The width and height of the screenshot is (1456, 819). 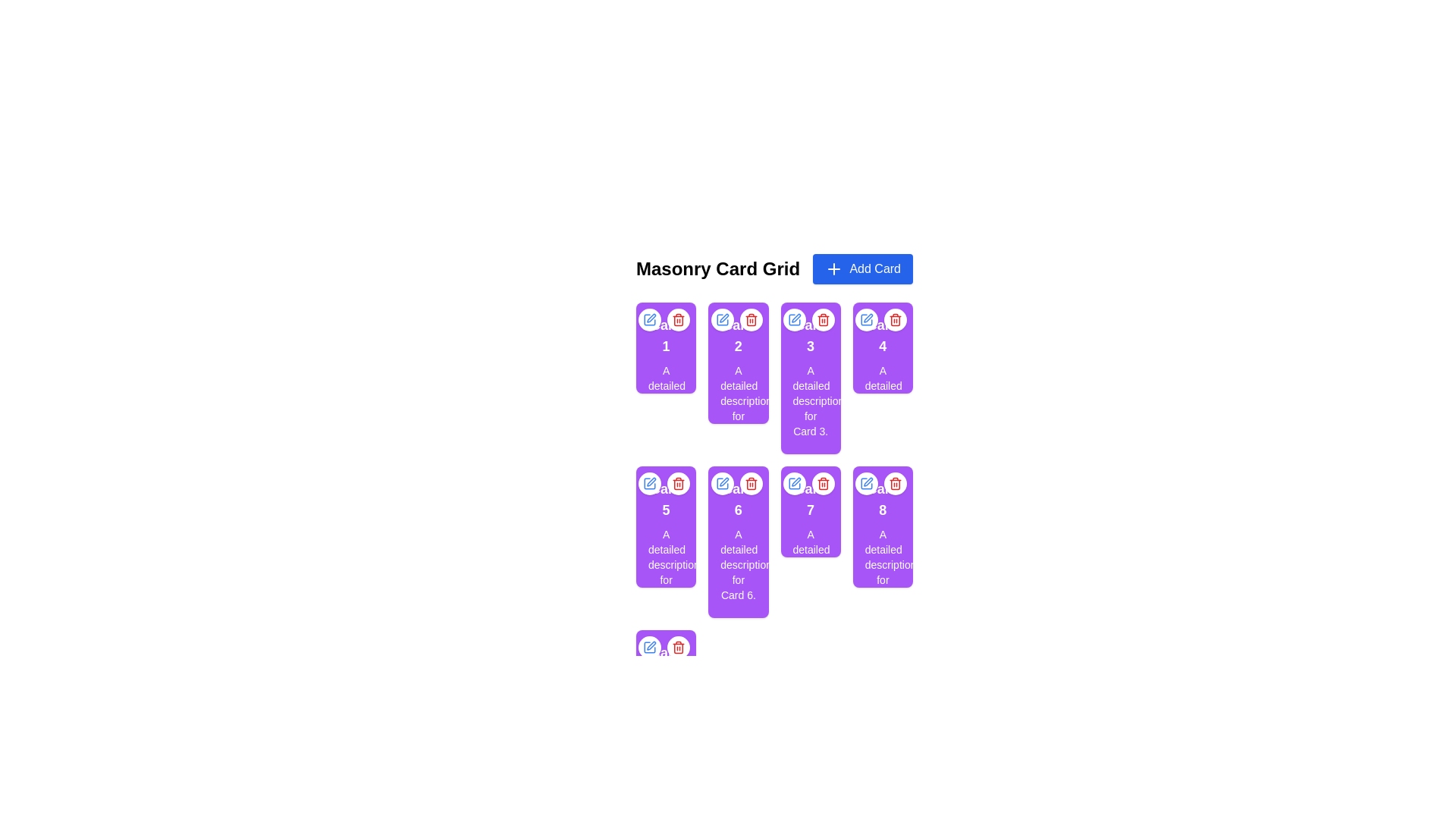 I want to click on the trash can icon in the top-right corner of the card, so click(x=895, y=483).